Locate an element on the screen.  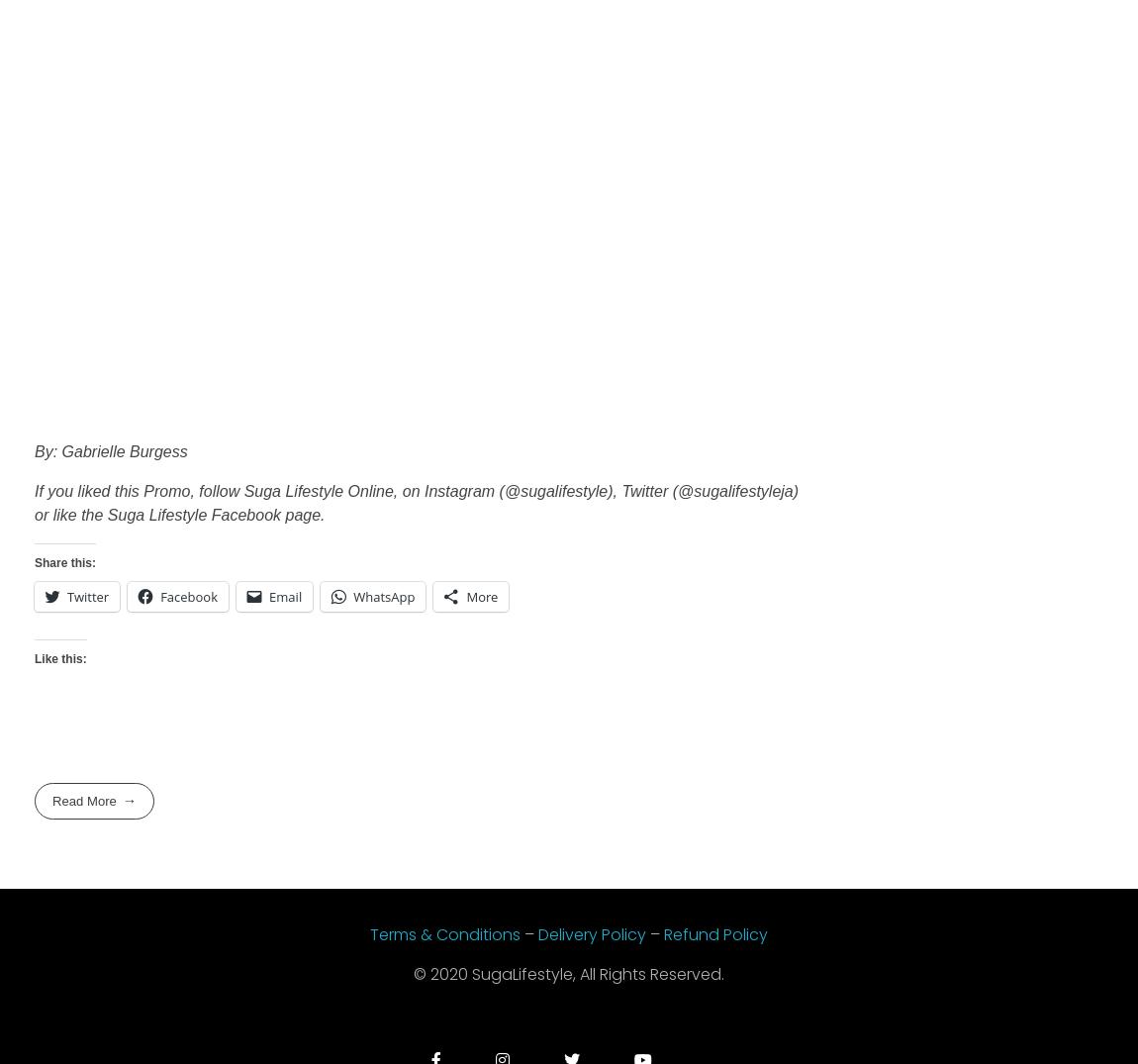
'If you liked this Promo, follow Suga Lifestyle Online, on Instagram (@sugalifestyle), Twitter (@sugalifestyleja) or like the Suga Lifestyle Facebook page.' is located at coordinates (417, 501).